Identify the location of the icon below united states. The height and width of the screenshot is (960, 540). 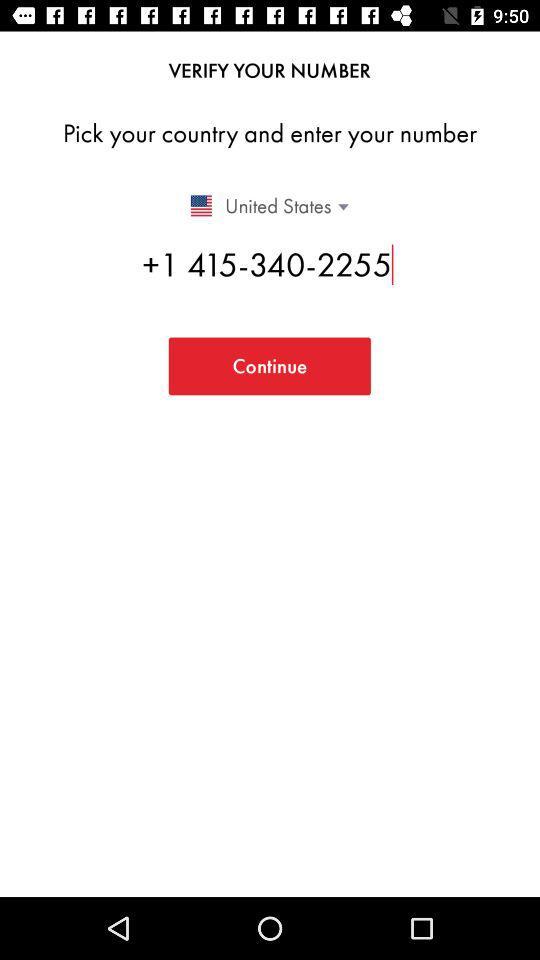
(270, 263).